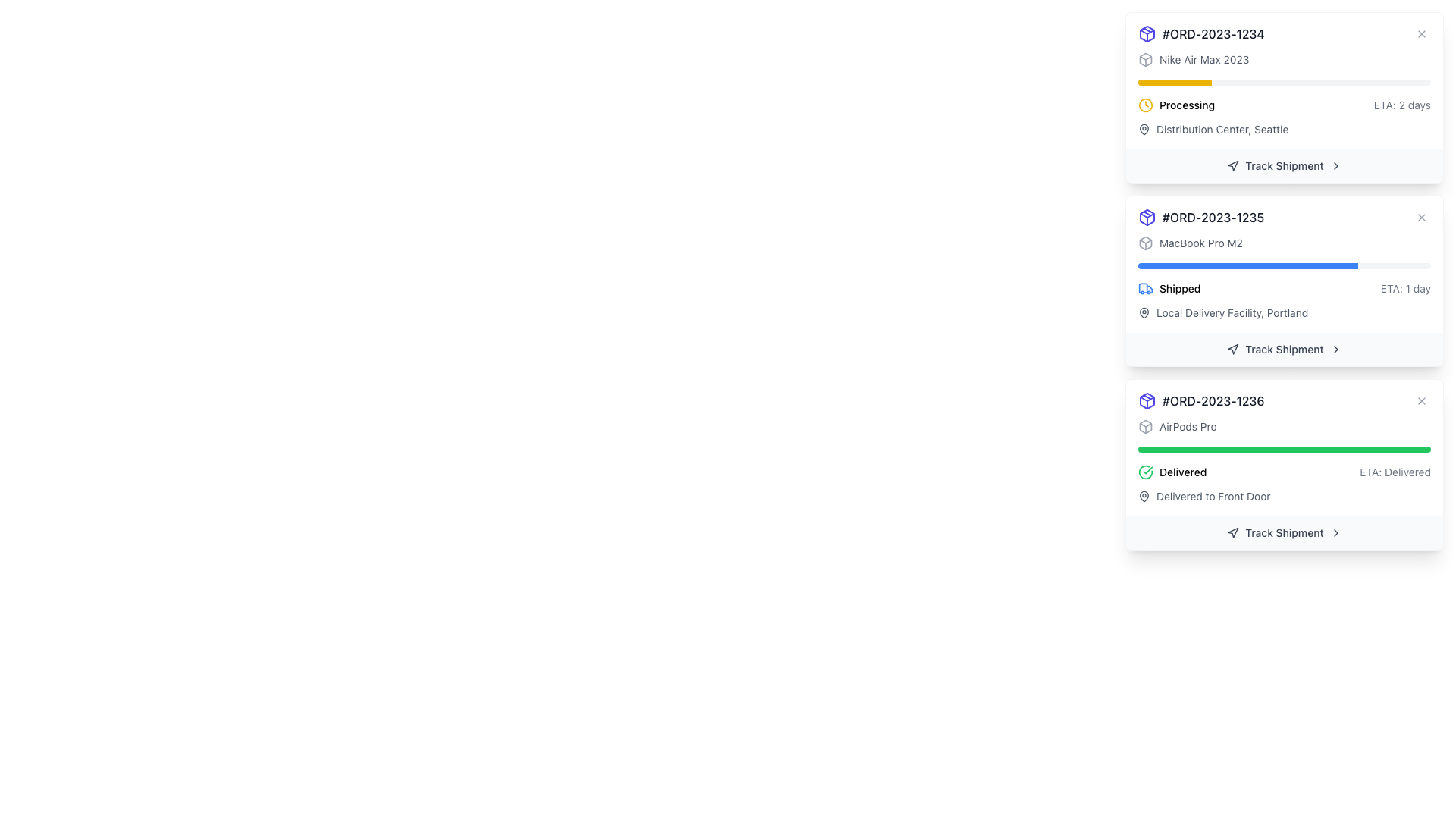 The height and width of the screenshot is (819, 1456). Describe the element at coordinates (1146, 289) in the screenshot. I see `the shipping status icon indicating that the package is in the 'Shipped' phase, located to the left of the text 'Shipped' in the status section for order '#ORD-2023-1235'` at that location.